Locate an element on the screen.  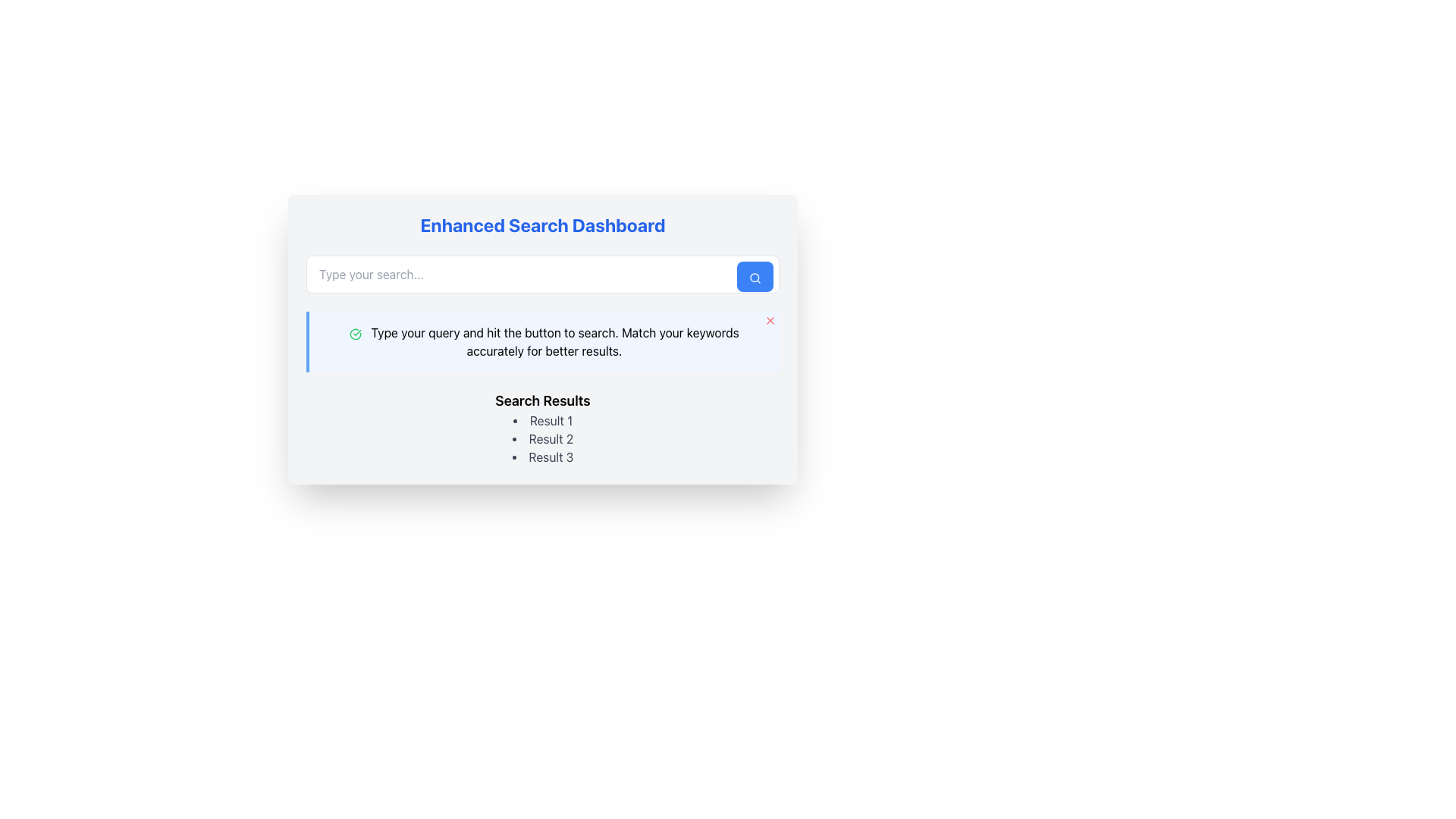
text content of the second search result entry, which is titled 'Result 2', located under the 'Search Results' heading is located at coordinates (542, 438).